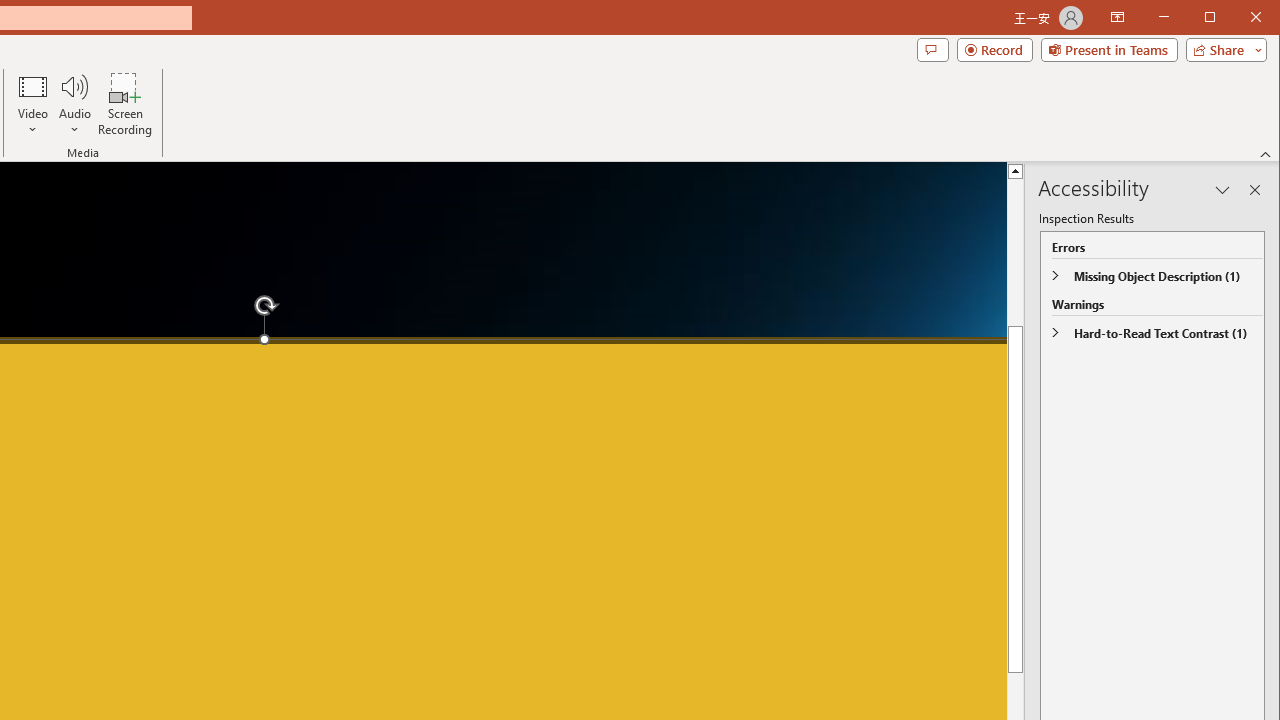 This screenshot has height=720, width=1280. What do you see at coordinates (74, 104) in the screenshot?
I see `'Audio'` at bounding box center [74, 104].